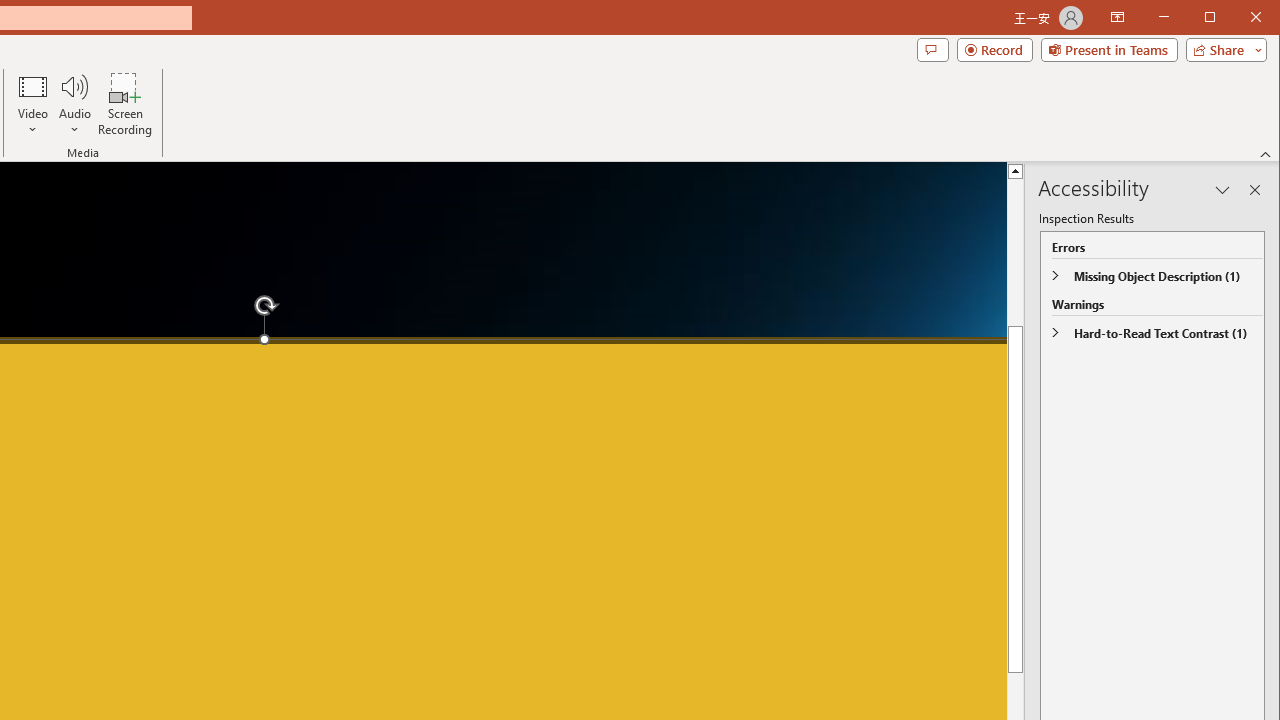 This screenshot has height=720, width=1280. What do you see at coordinates (74, 104) in the screenshot?
I see `'Audio'` at bounding box center [74, 104].